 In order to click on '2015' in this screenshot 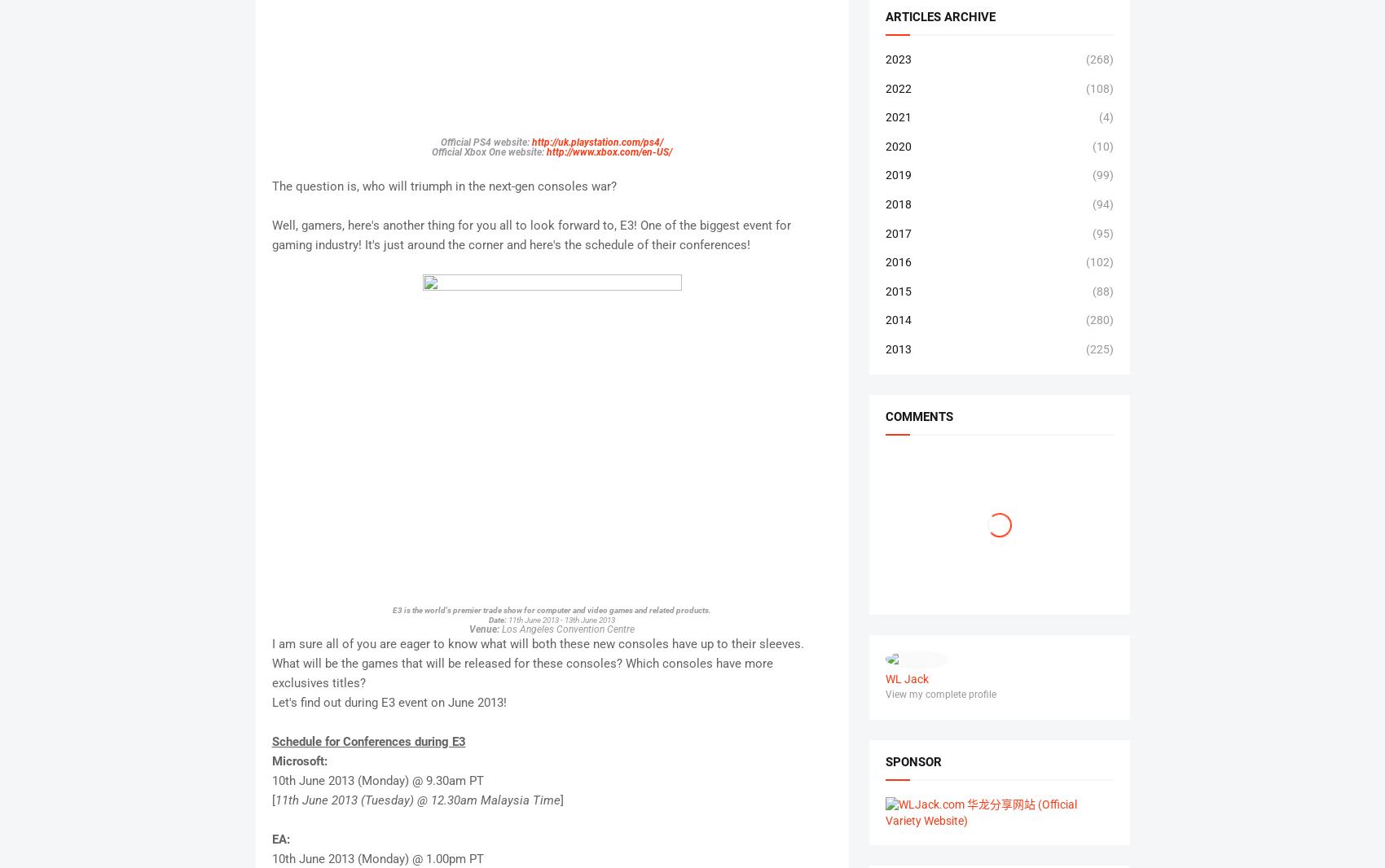, I will do `click(897, 291)`.